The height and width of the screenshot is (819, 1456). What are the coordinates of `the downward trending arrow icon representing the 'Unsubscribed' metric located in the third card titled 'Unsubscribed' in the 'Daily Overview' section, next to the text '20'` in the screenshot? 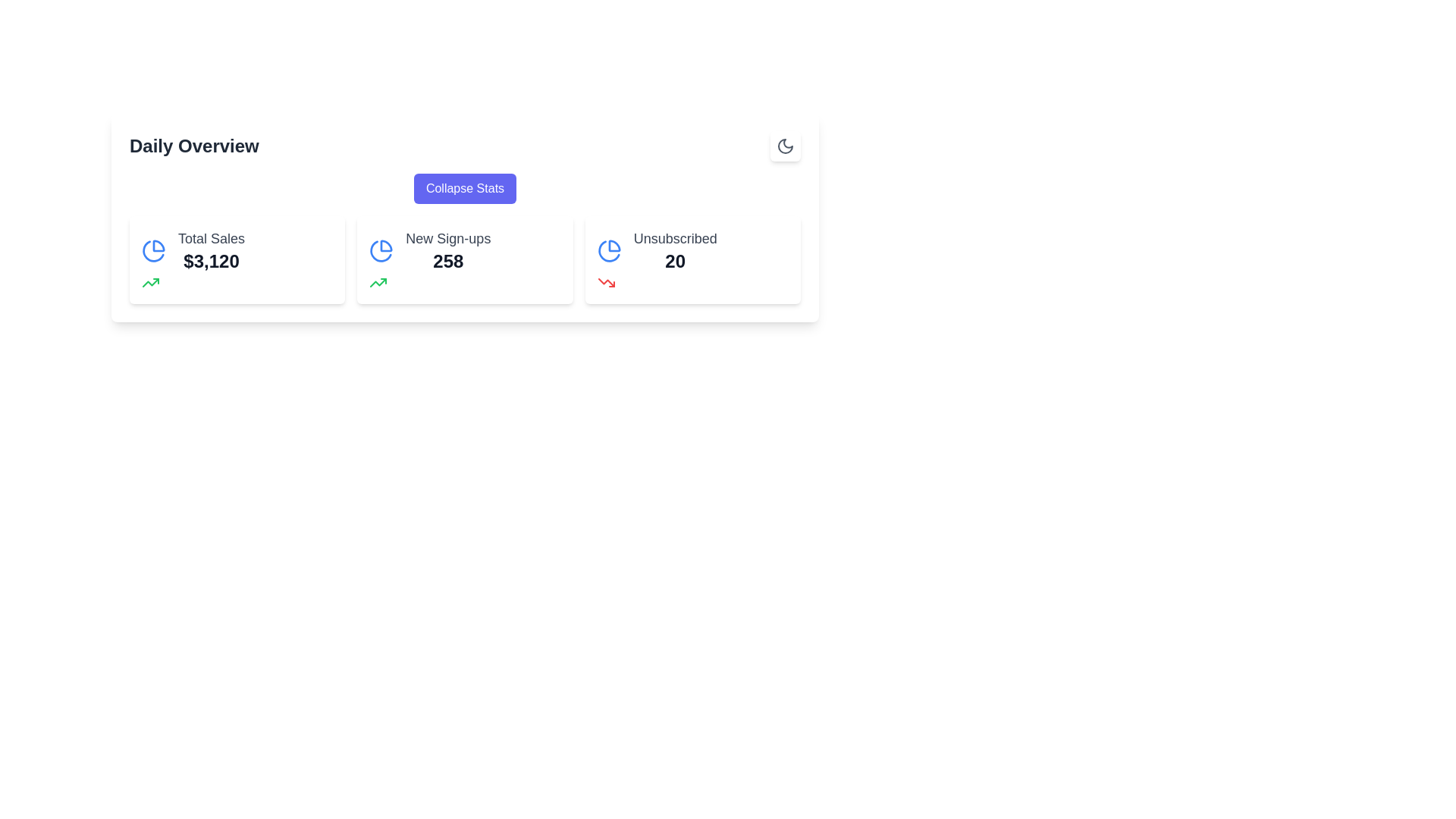 It's located at (605, 283).